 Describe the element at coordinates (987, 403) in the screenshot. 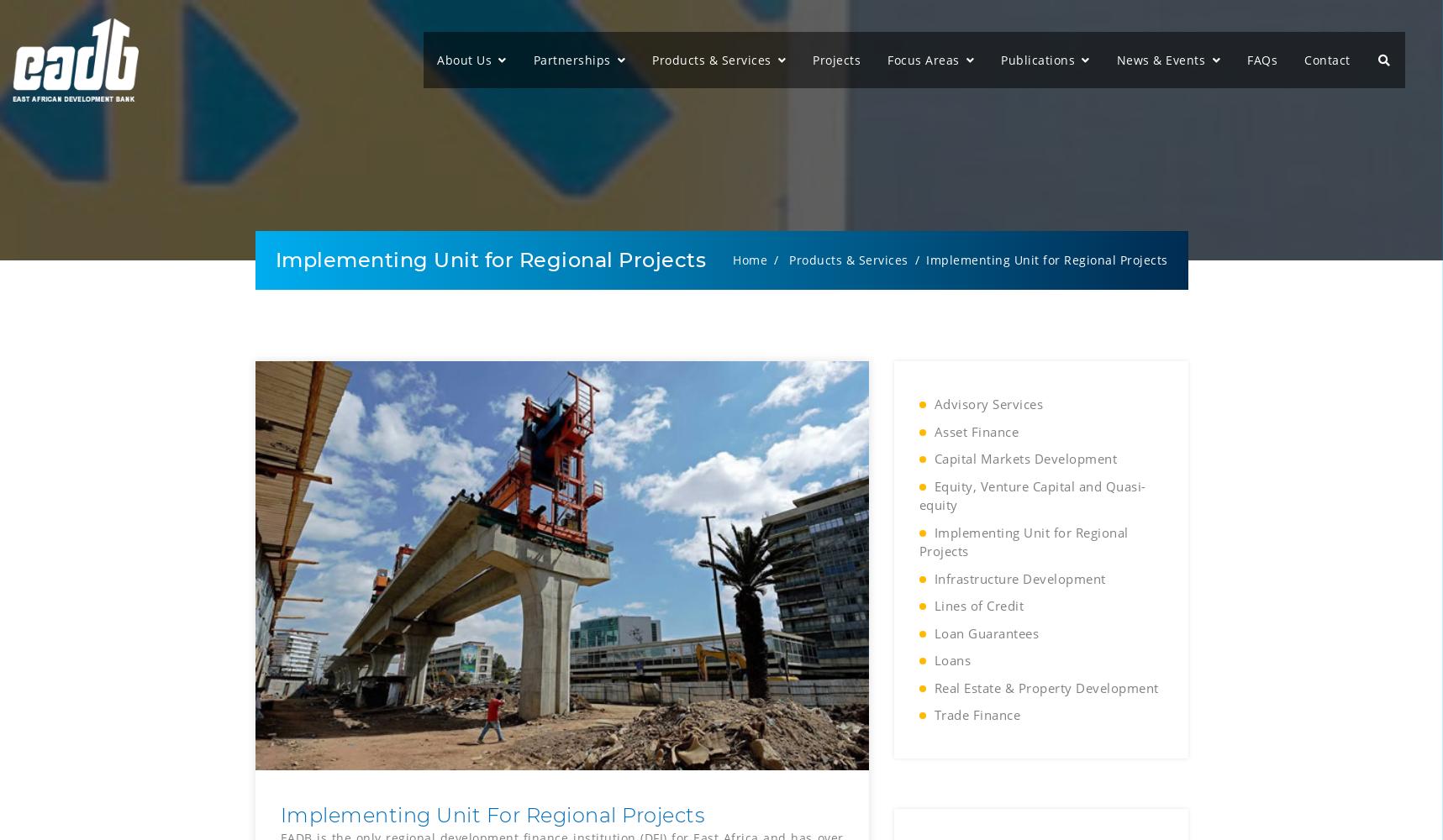

I see `'Advisory Services'` at that location.